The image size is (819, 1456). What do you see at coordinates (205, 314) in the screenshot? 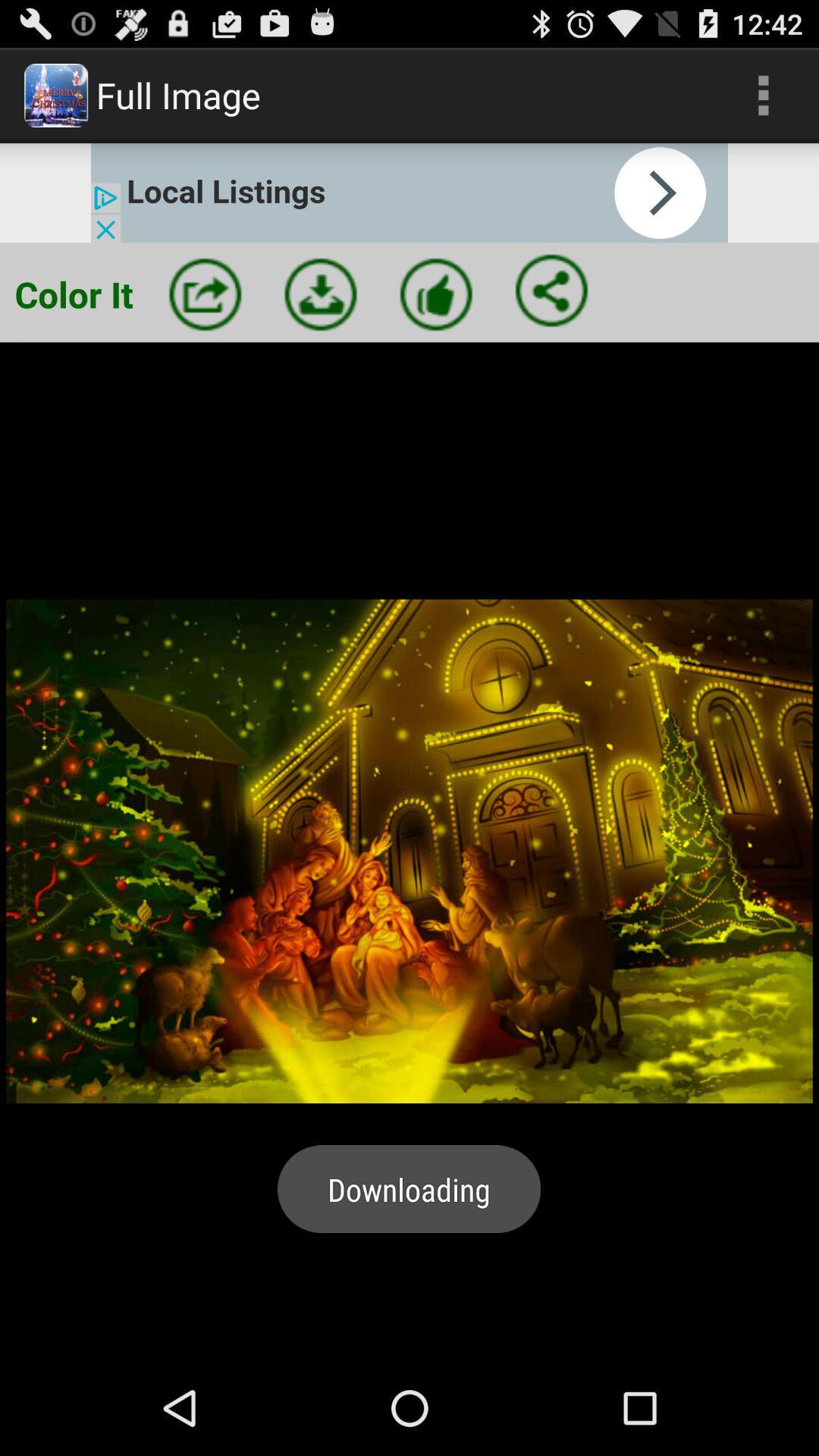
I see `the launch icon` at bounding box center [205, 314].